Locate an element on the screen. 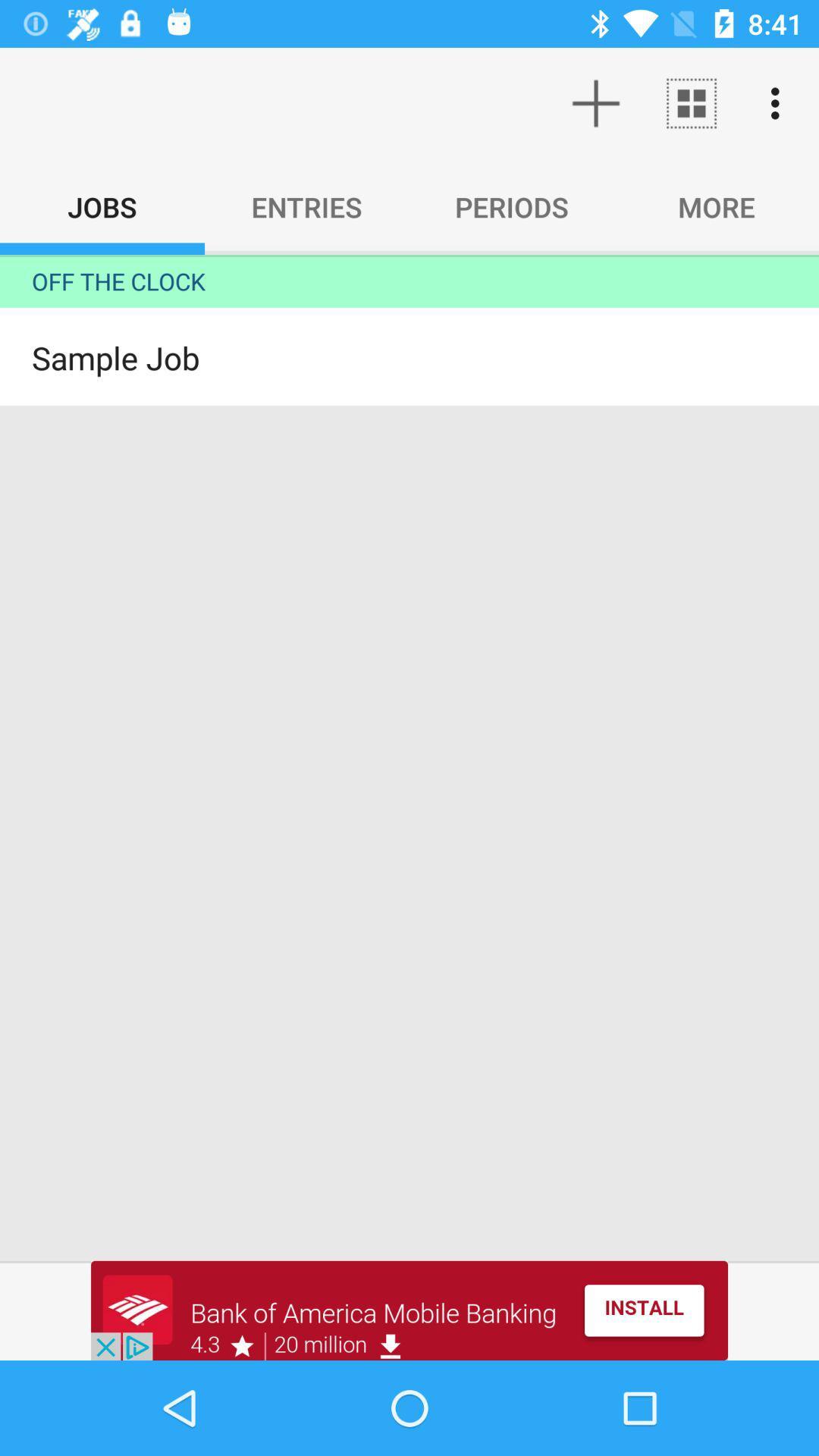 The width and height of the screenshot is (819, 1456). install this app is located at coordinates (409, 1310).